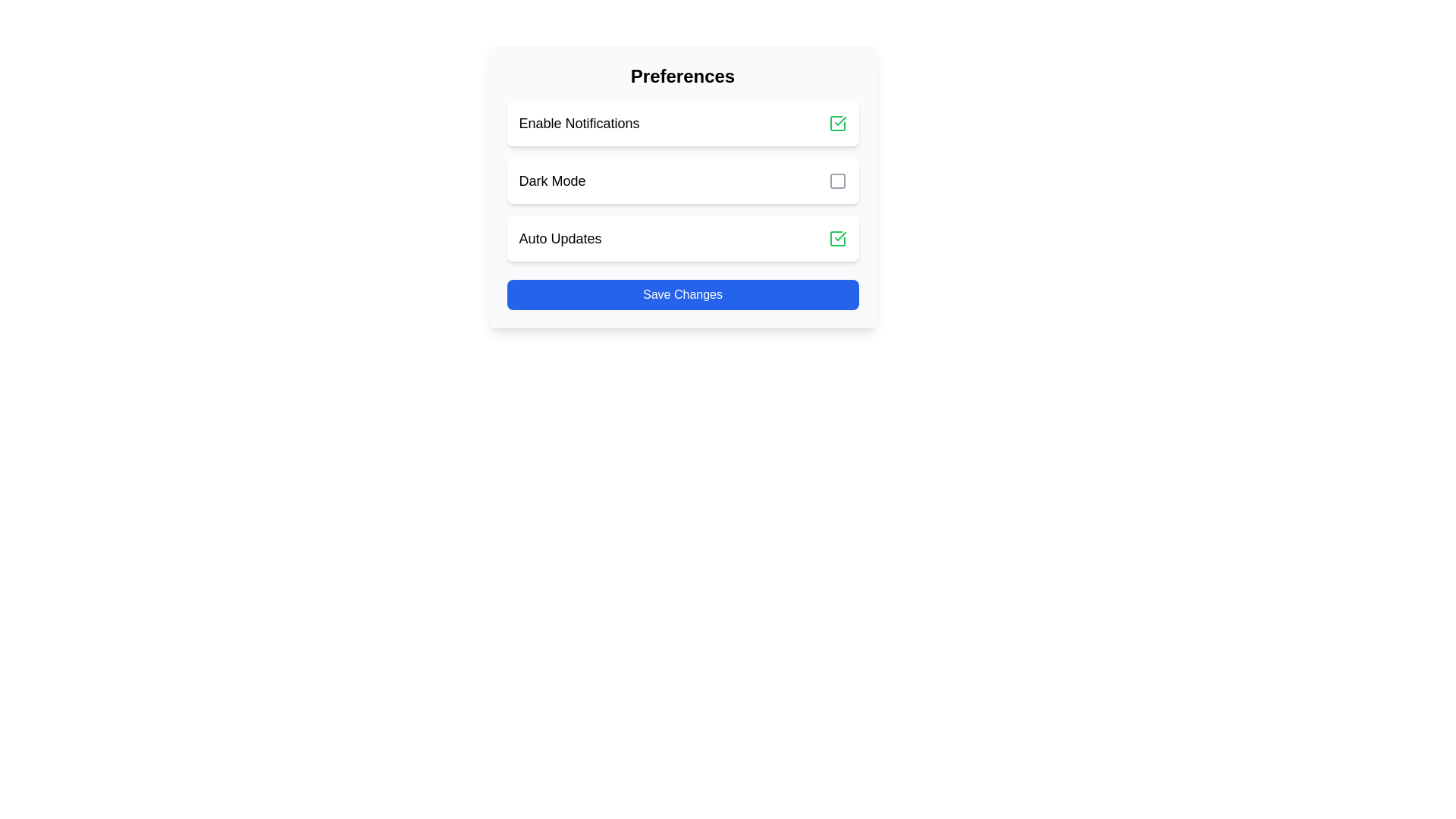 The width and height of the screenshot is (1456, 819). What do you see at coordinates (836, 122) in the screenshot?
I see `the green checkmark icon indicating selection or confirmation, located to the right of 'Enable Notifications'` at bounding box center [836, 122].